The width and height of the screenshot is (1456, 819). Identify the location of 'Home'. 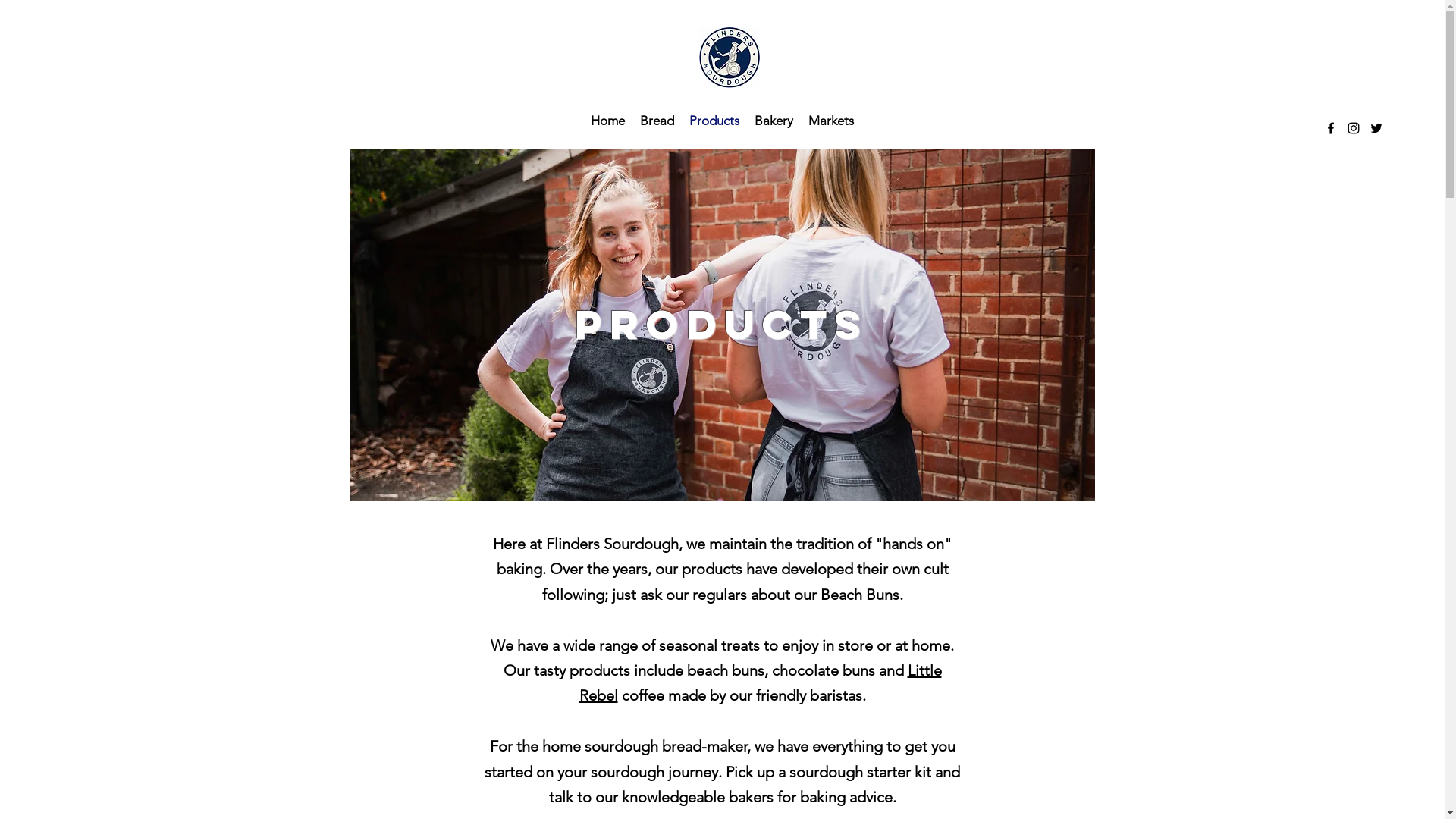
(607, 119).